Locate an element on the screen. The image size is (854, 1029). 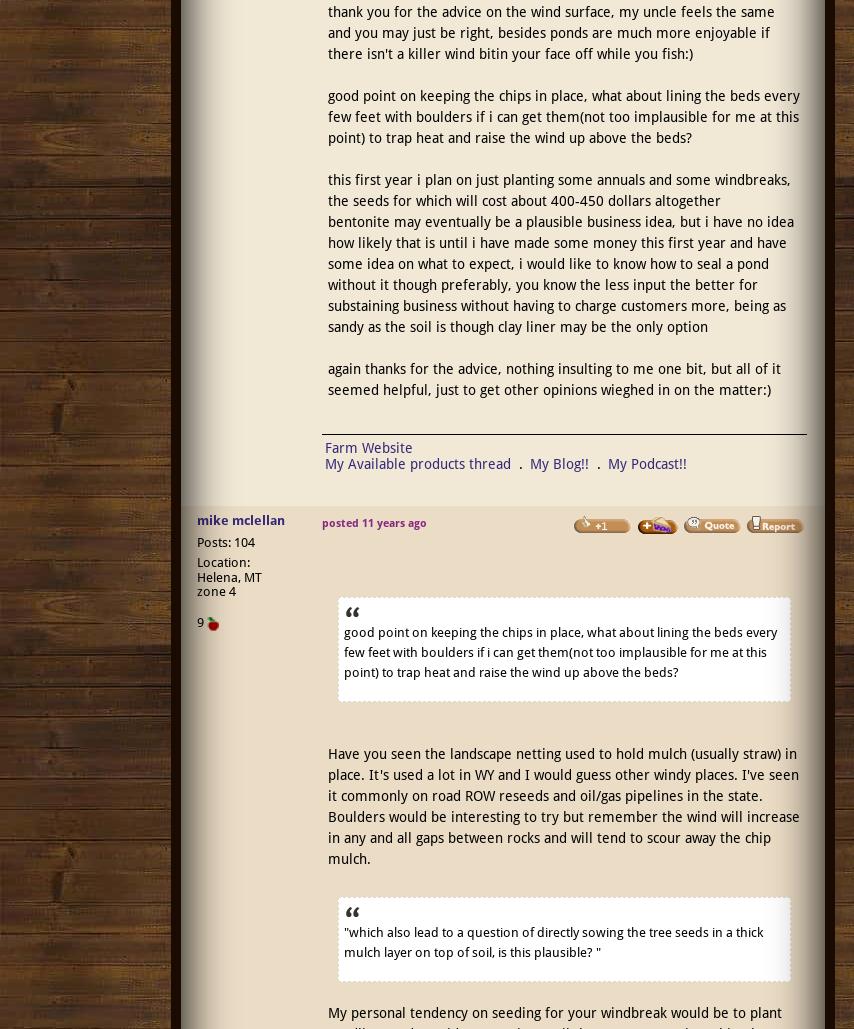
'Location: Helena, MT zone 4' is located at coordinates (228, 575).